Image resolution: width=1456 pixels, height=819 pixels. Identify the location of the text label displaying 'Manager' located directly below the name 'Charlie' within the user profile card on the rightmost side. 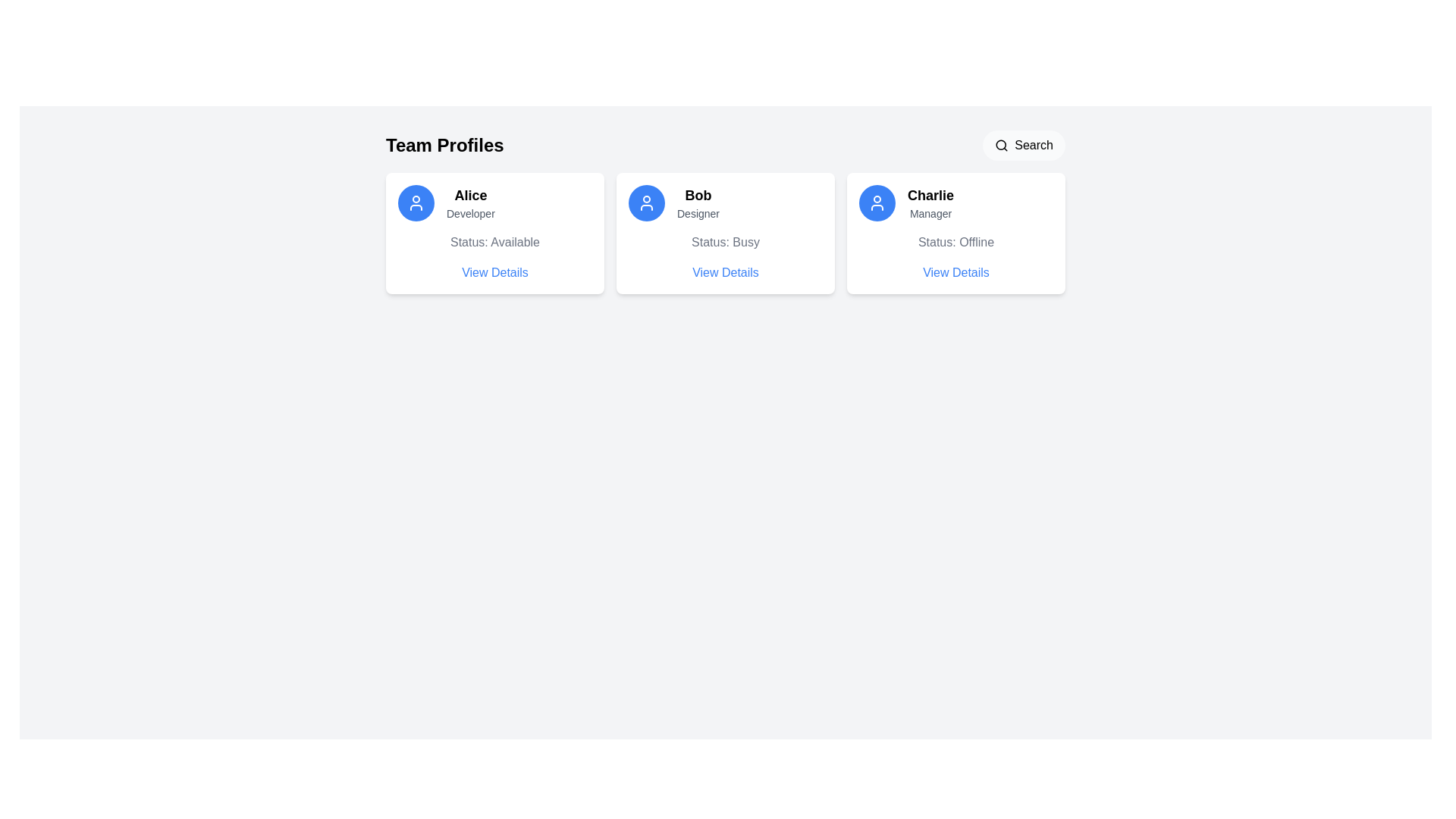
(930, 213).